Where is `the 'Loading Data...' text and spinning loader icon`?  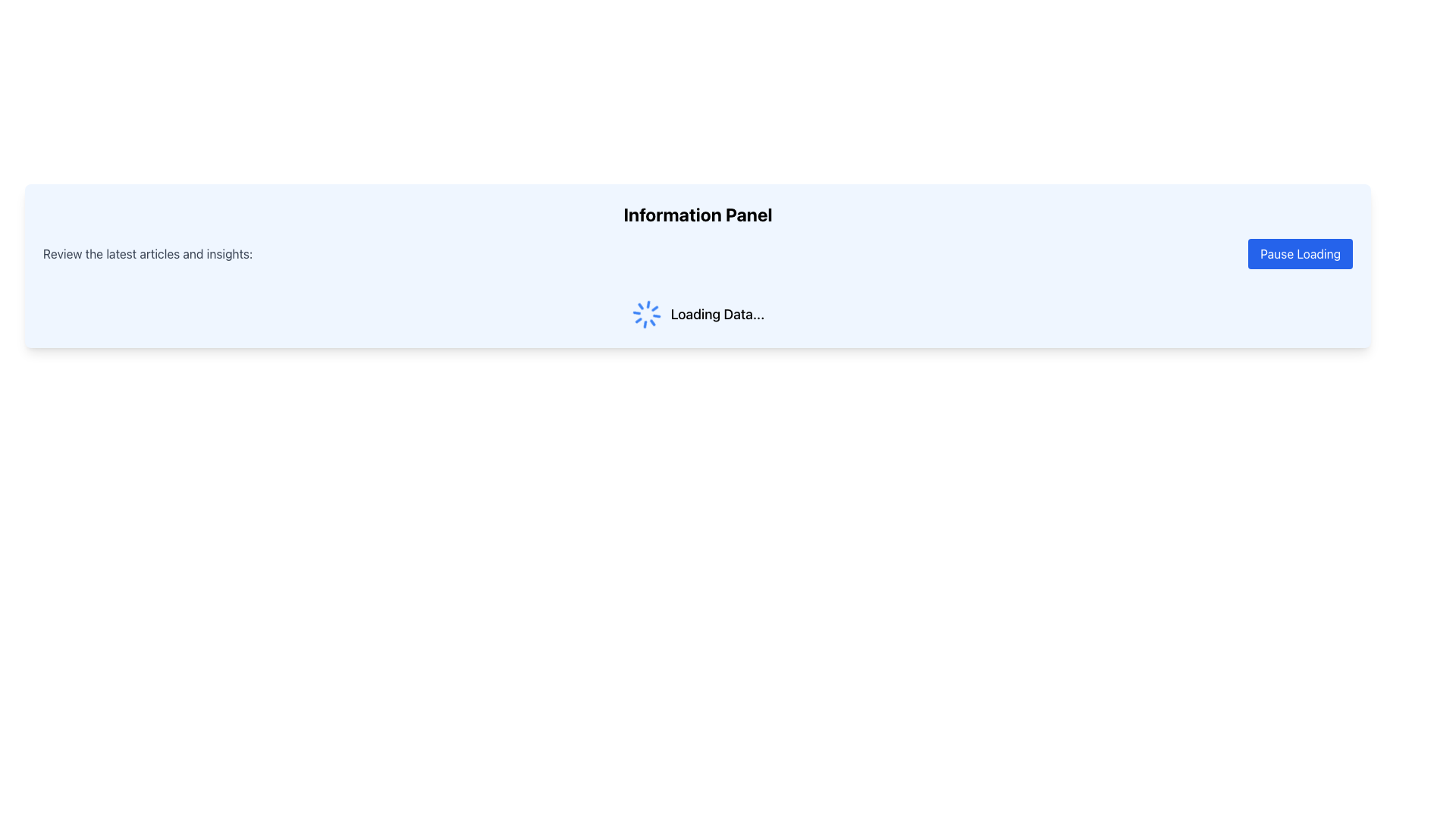
the 'Loading Data...' text and spinning loader icon is located at coordinates (697, 305).